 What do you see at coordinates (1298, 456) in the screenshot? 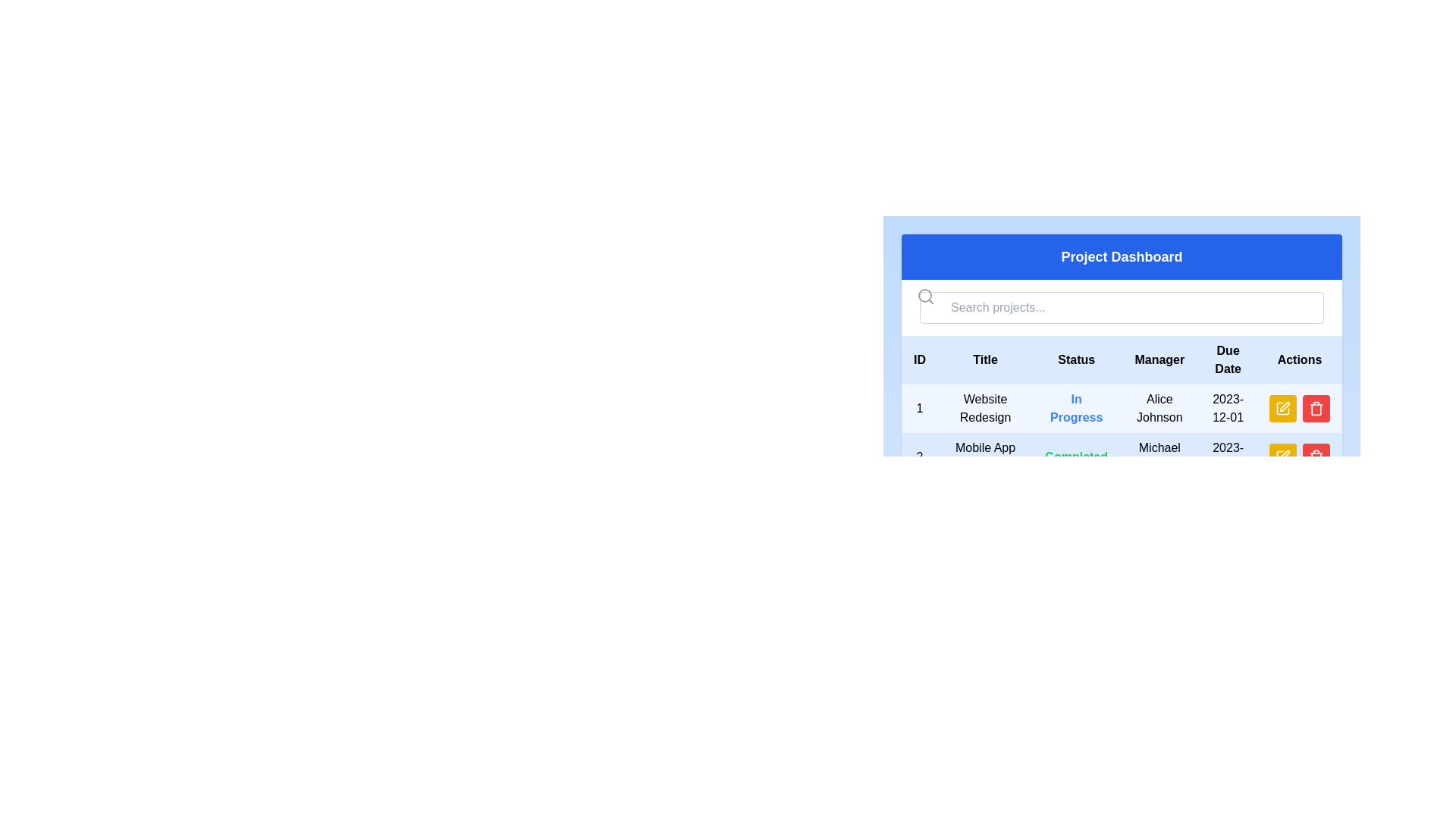
I see `the red delete button with a trash icon located in the last column under the 'Actions' header in the second row of the table, below the 'Mobile App Launch' entry` at bounding box center [1298, 456].